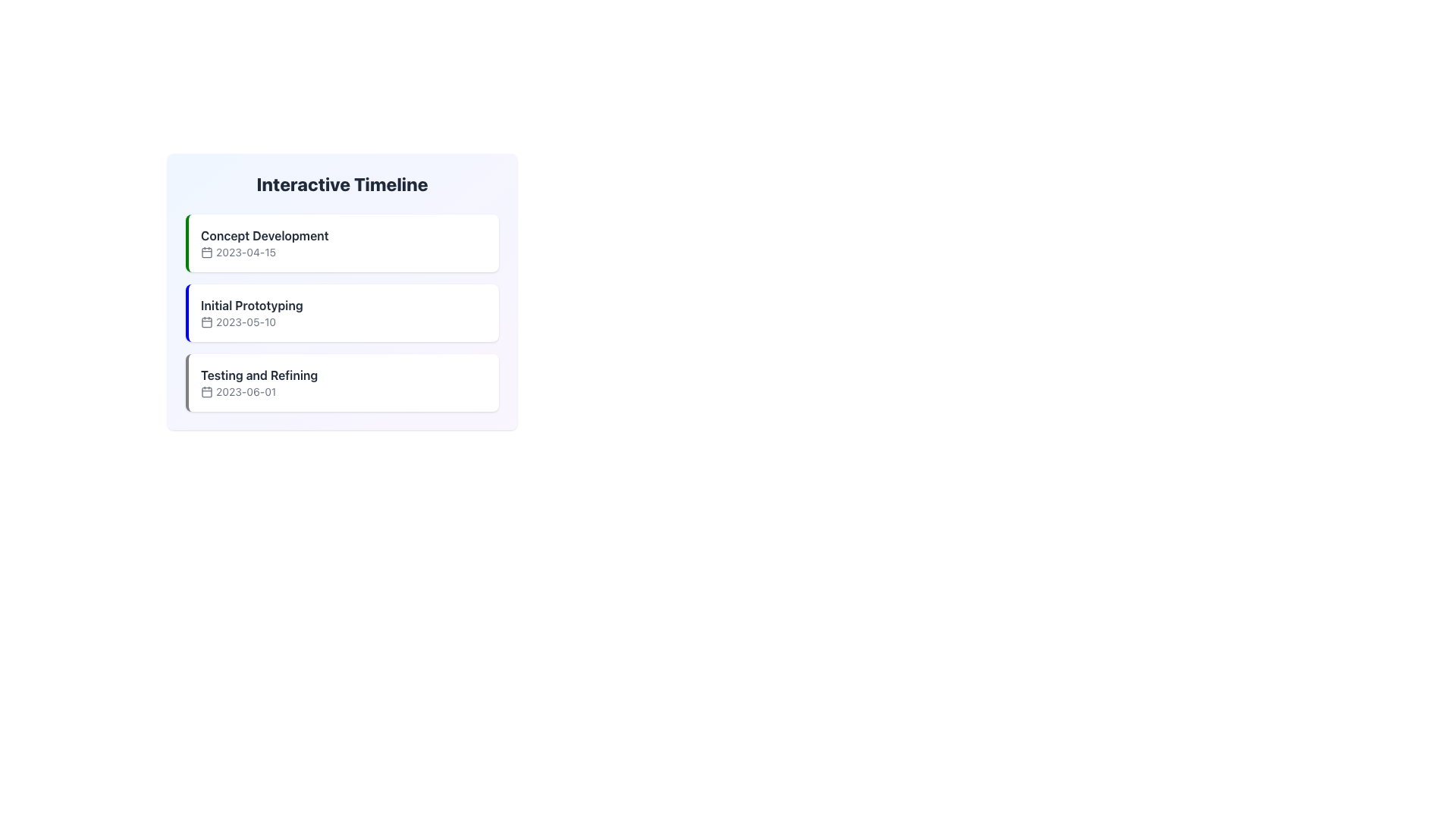 The width and height of the screenshot is (1456, 819). I want to click on the text label at the top center of the 'Interactive Timeline' section, so click(265, 236).